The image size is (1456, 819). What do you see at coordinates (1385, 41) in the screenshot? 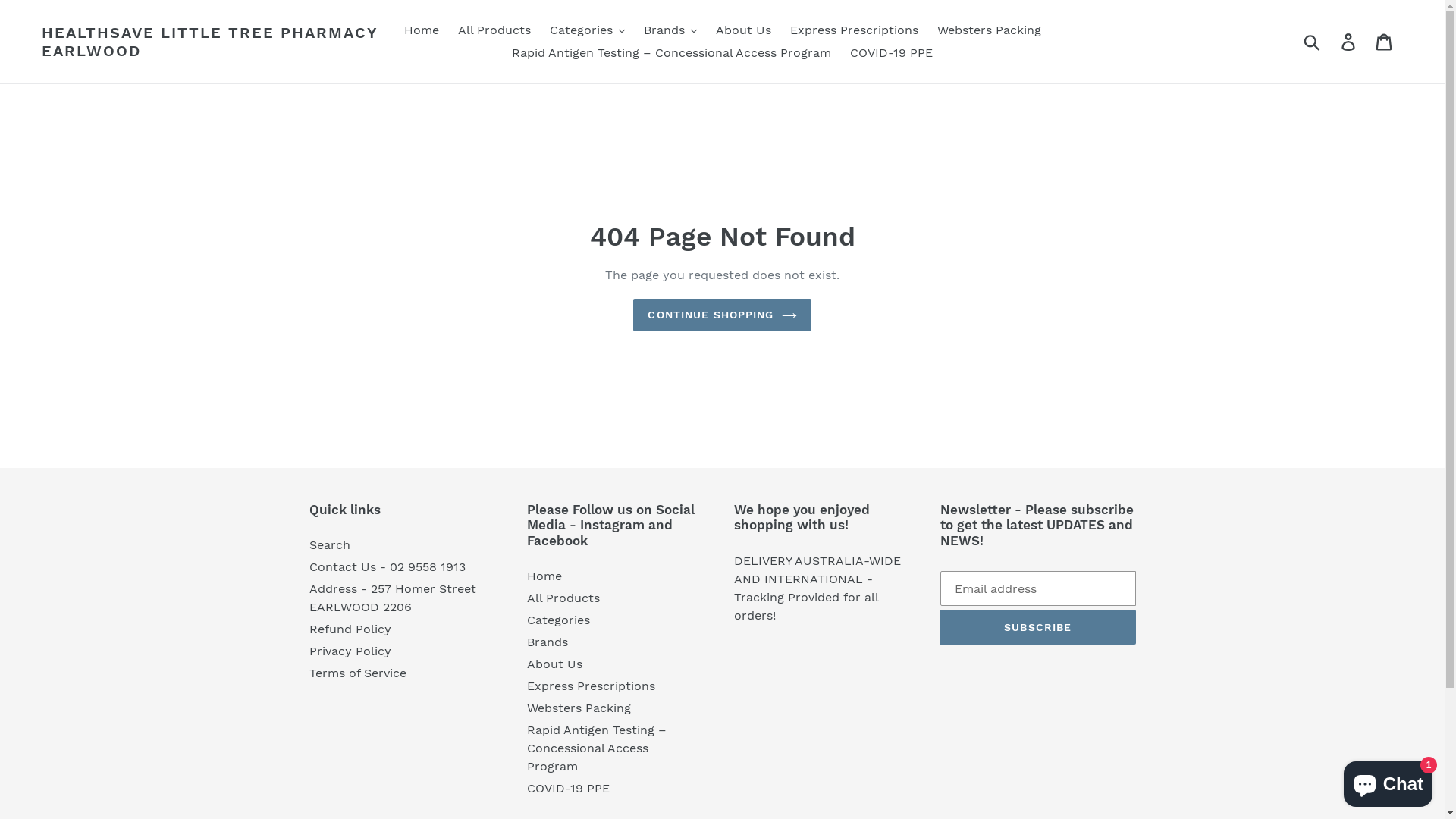
I see `'Cart'` at bounding box center [1385, 41].